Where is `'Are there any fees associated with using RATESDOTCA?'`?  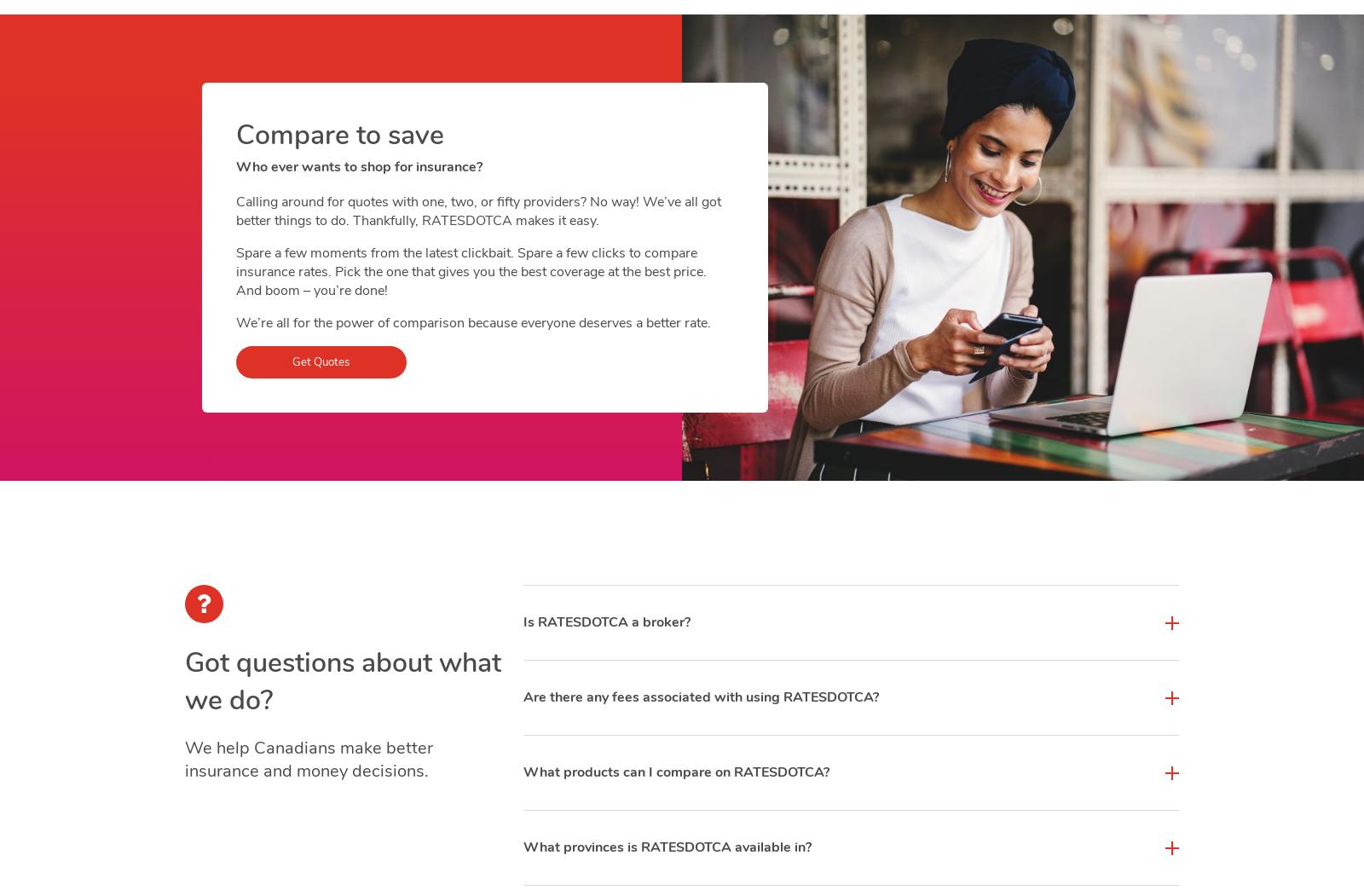
'Are there any fees associated with using RATESDOTCA?' is located at coordinates (699, 697).